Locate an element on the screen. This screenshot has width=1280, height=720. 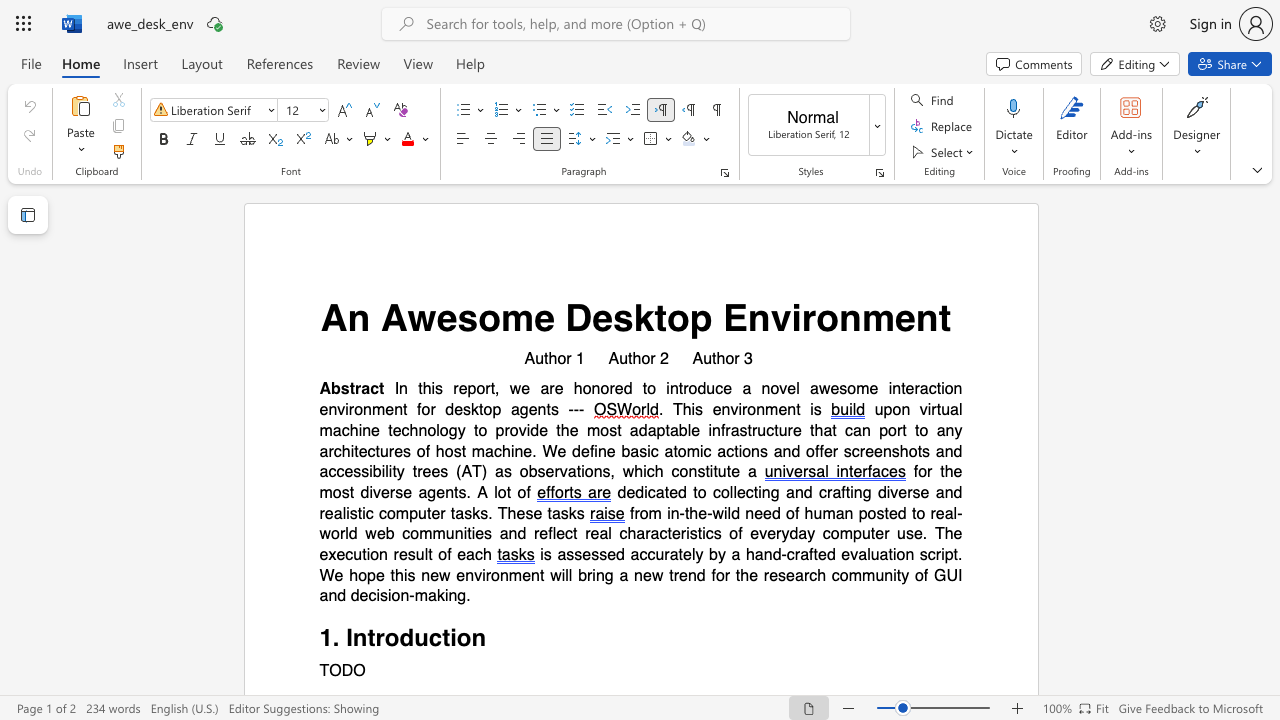
the 3th character "i" in the text is located at coordinates (941, 555).